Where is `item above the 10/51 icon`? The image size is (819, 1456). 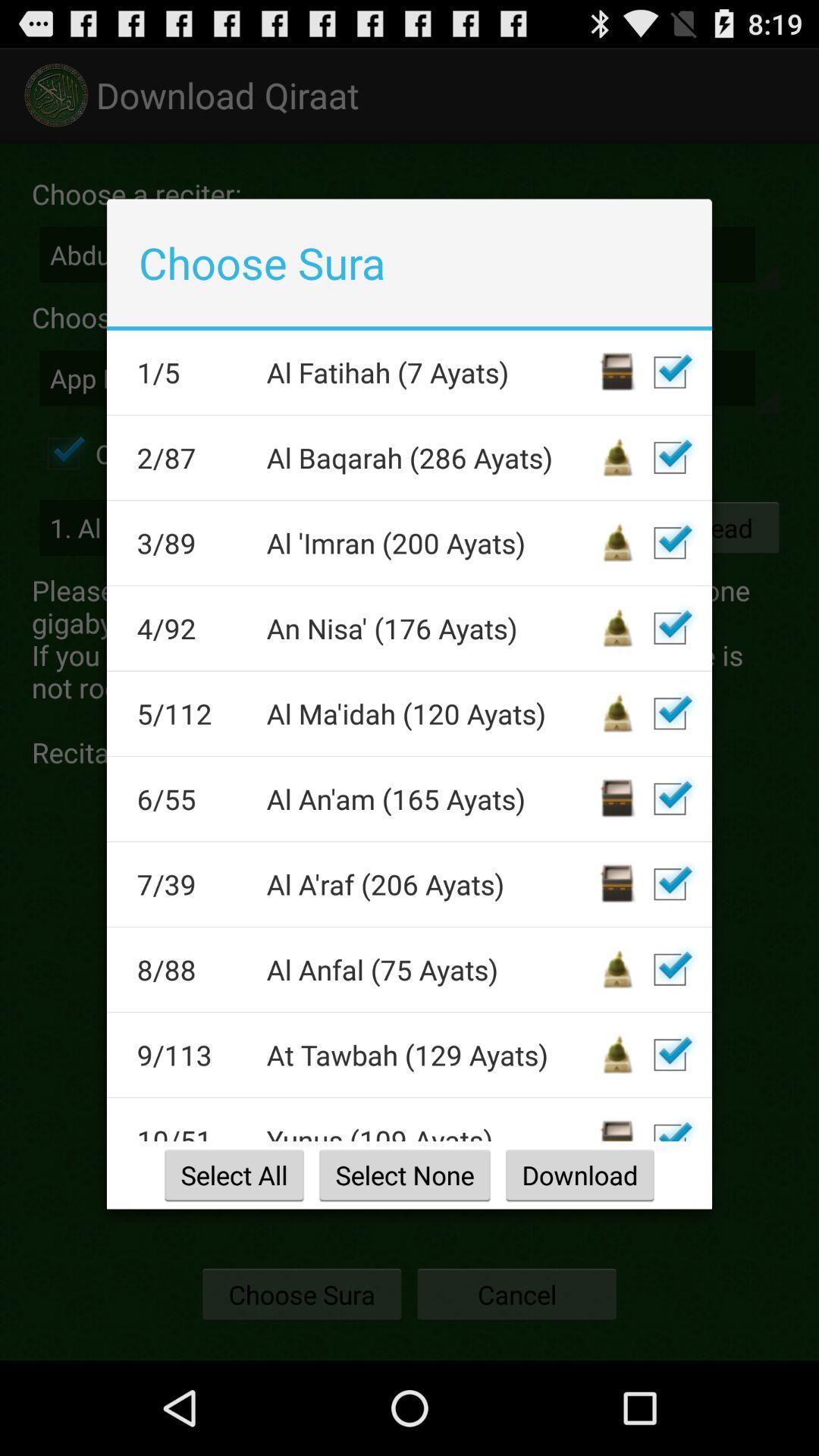
item above the 10/51 icon is located at coordinates (191, 1054).